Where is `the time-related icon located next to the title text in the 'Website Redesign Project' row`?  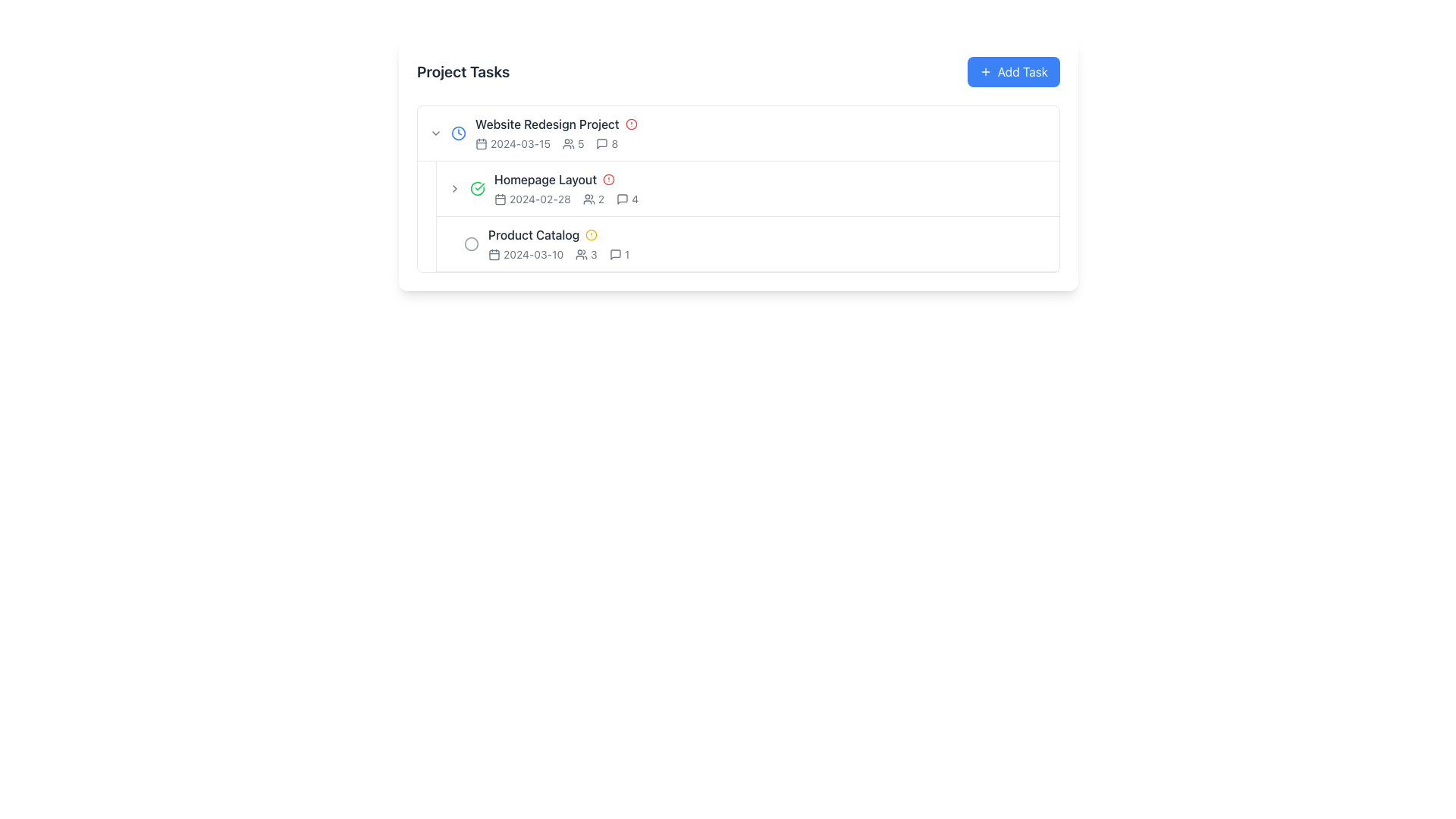 the time-related icon located next to the title text in the 'Website Redesign Project' row is located at coordinates (457, 133).